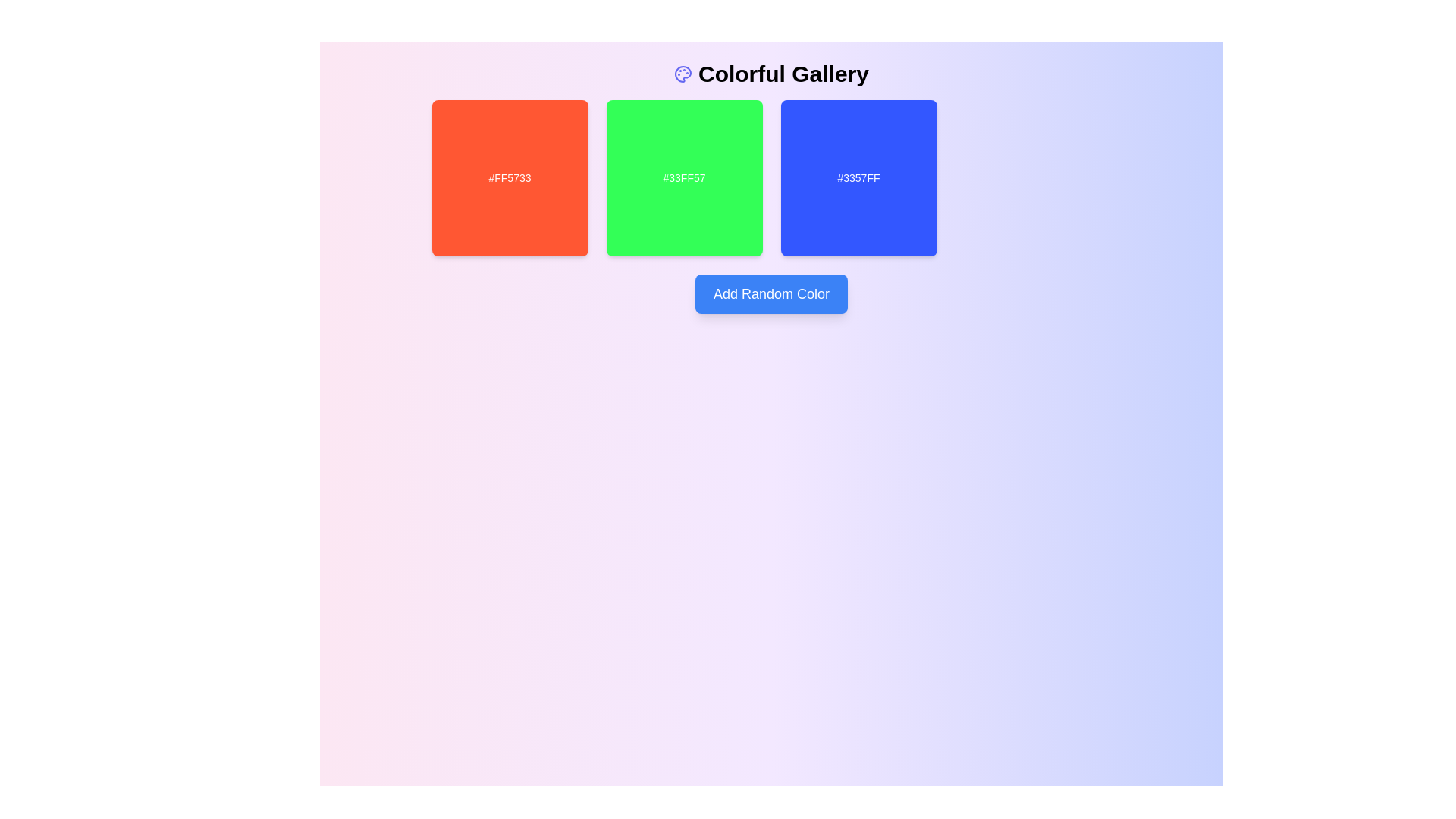 This screenshot has width=1456, height=819. I want to click on the Color Display Tile, which is the bright green square with rounded corners and white text displaying the color code #33FF57, located in the center of a horizontal grid of three squares, so click(683, 177).